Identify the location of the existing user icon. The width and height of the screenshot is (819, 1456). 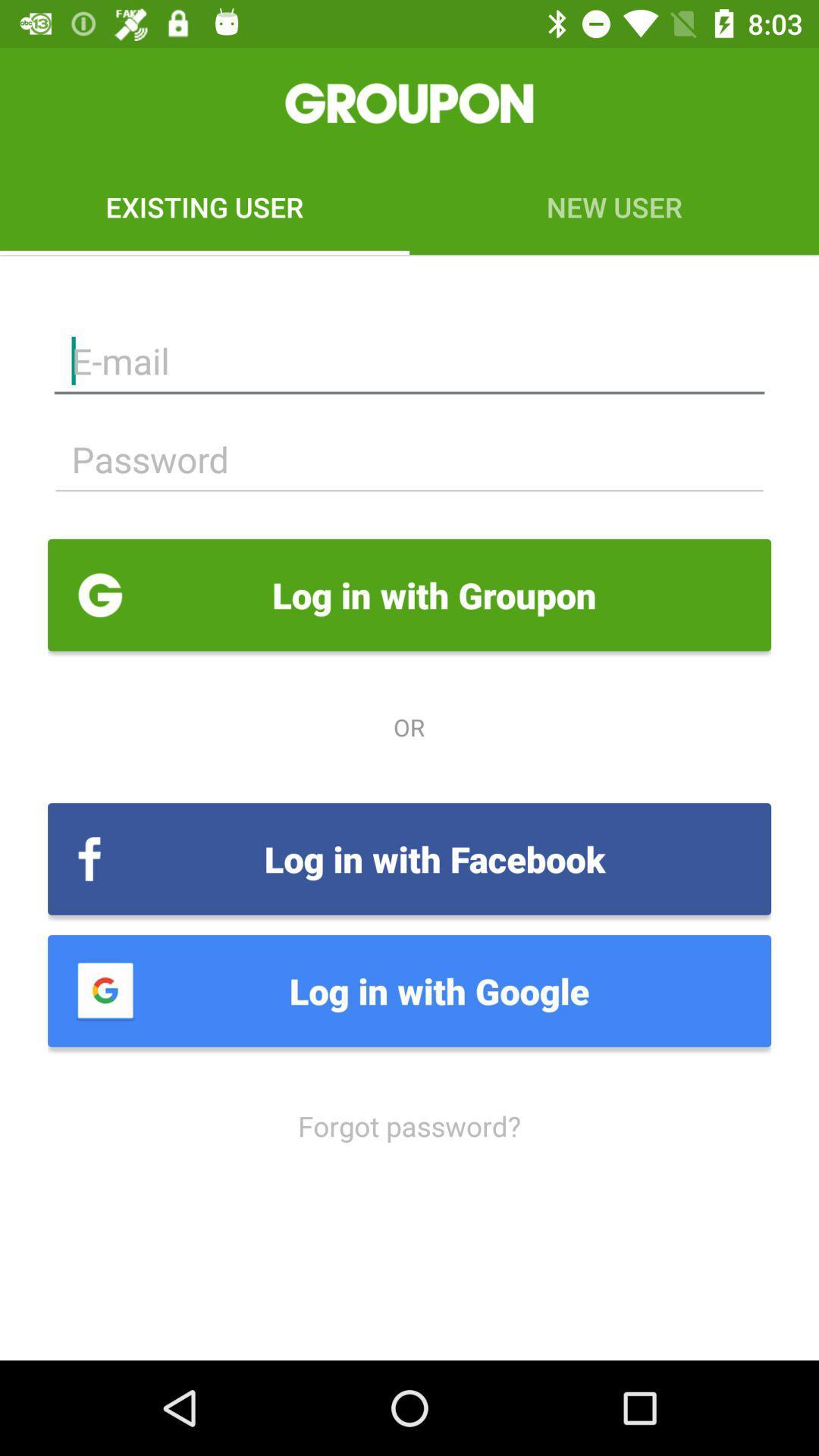
(205, 206).